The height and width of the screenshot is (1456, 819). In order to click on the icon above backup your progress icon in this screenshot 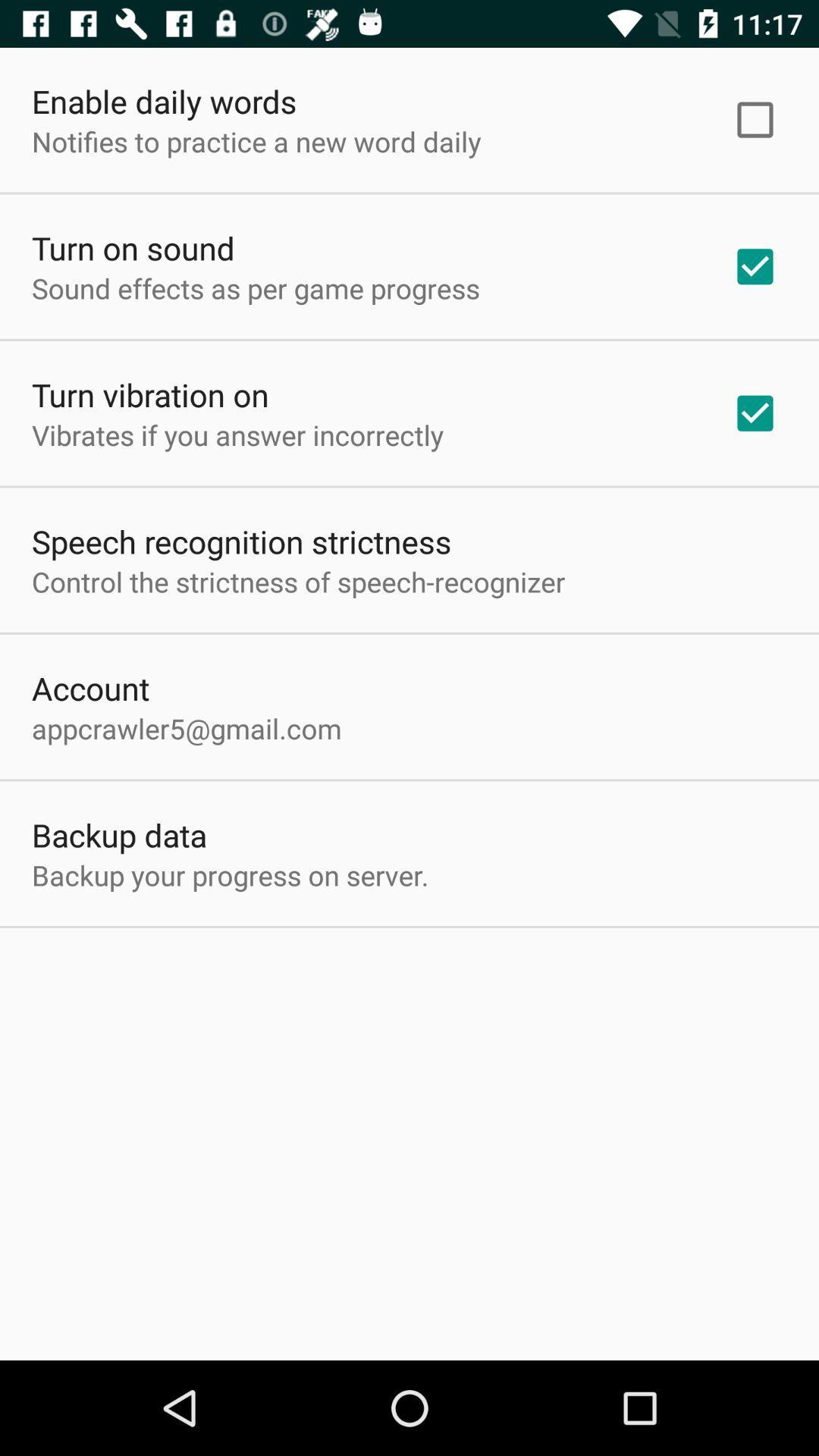, I will do `click(118, 833)`.